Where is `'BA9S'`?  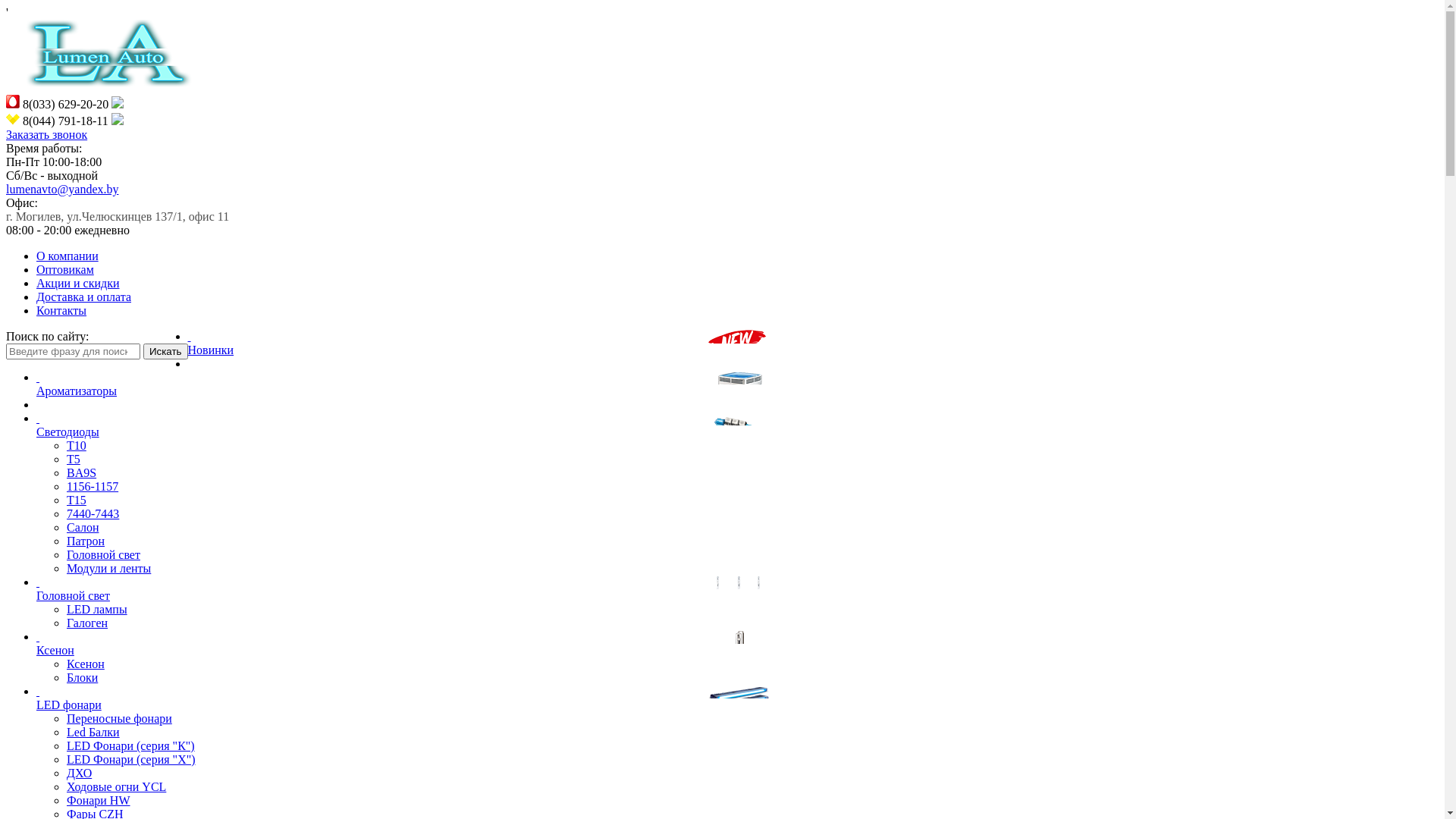
'BA9S' is located at coordinates (80, 472).